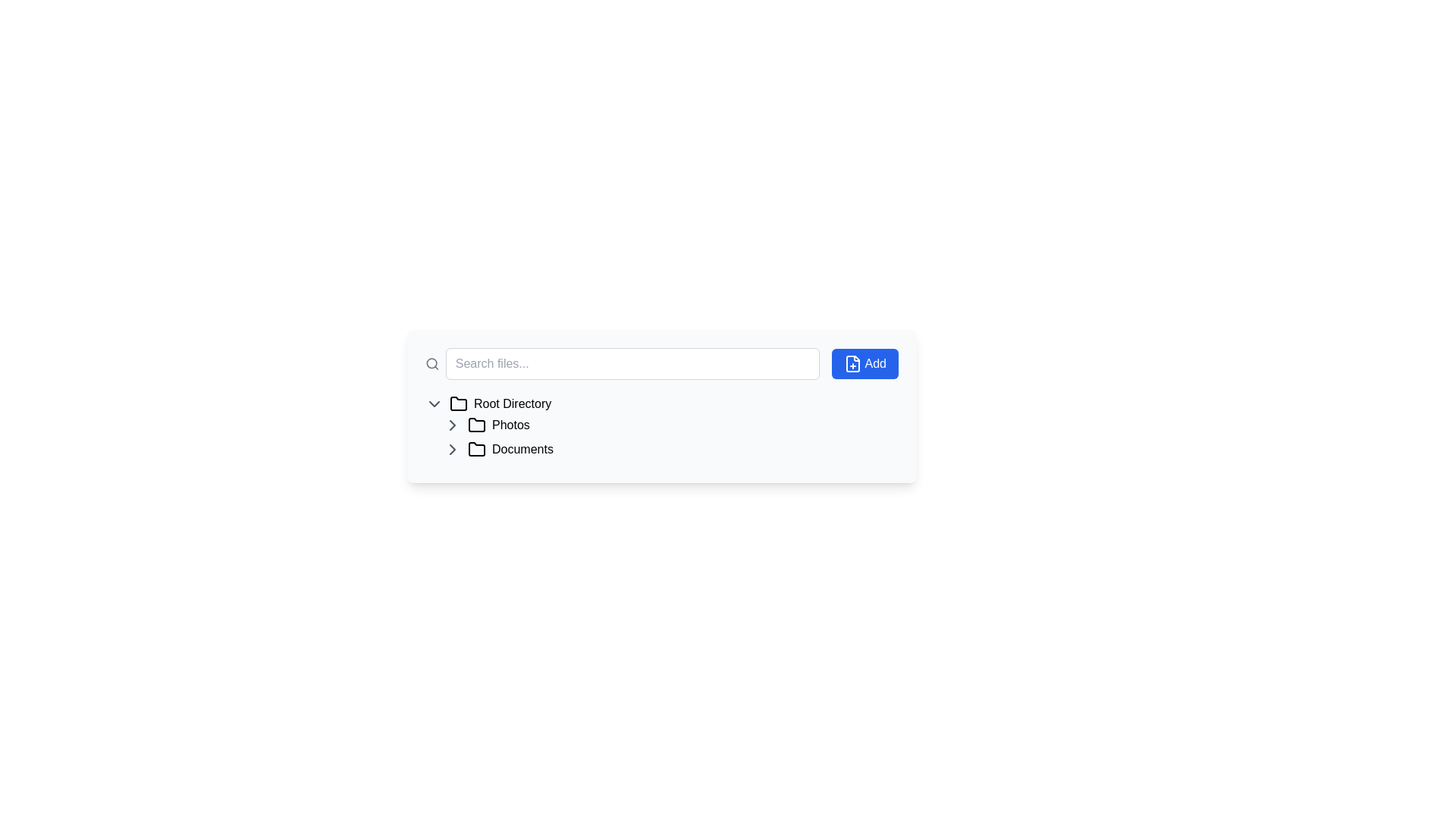 The height and width of the screenshot is (819, 1456). I want to click on the 'Documents' folder icon, so click(475, 447).